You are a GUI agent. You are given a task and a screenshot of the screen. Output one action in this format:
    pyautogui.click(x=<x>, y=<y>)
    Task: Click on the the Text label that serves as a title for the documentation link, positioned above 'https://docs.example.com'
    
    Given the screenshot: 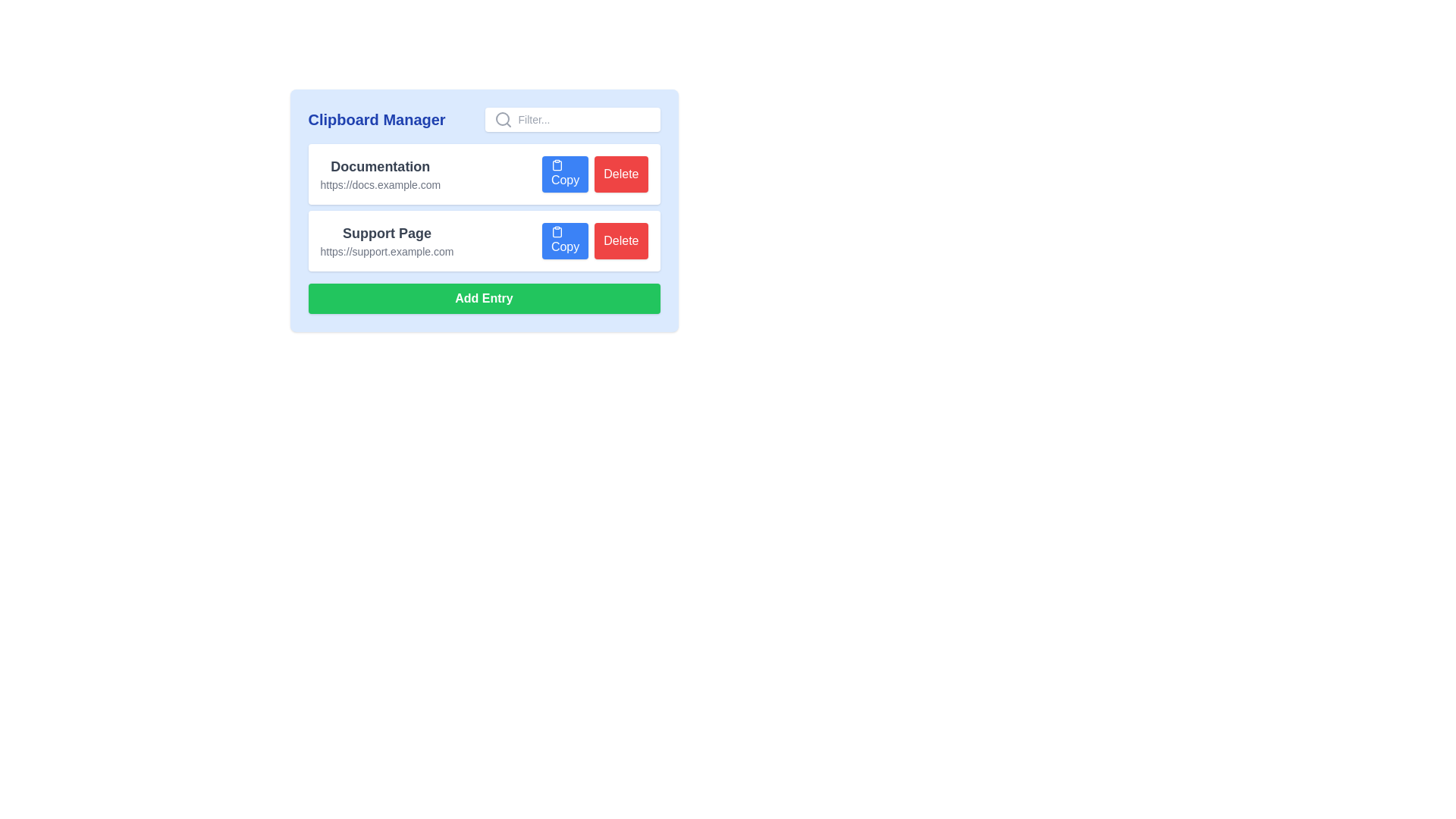 What is the action you would take?
    pyautogui.click(x=380, y=166)
    